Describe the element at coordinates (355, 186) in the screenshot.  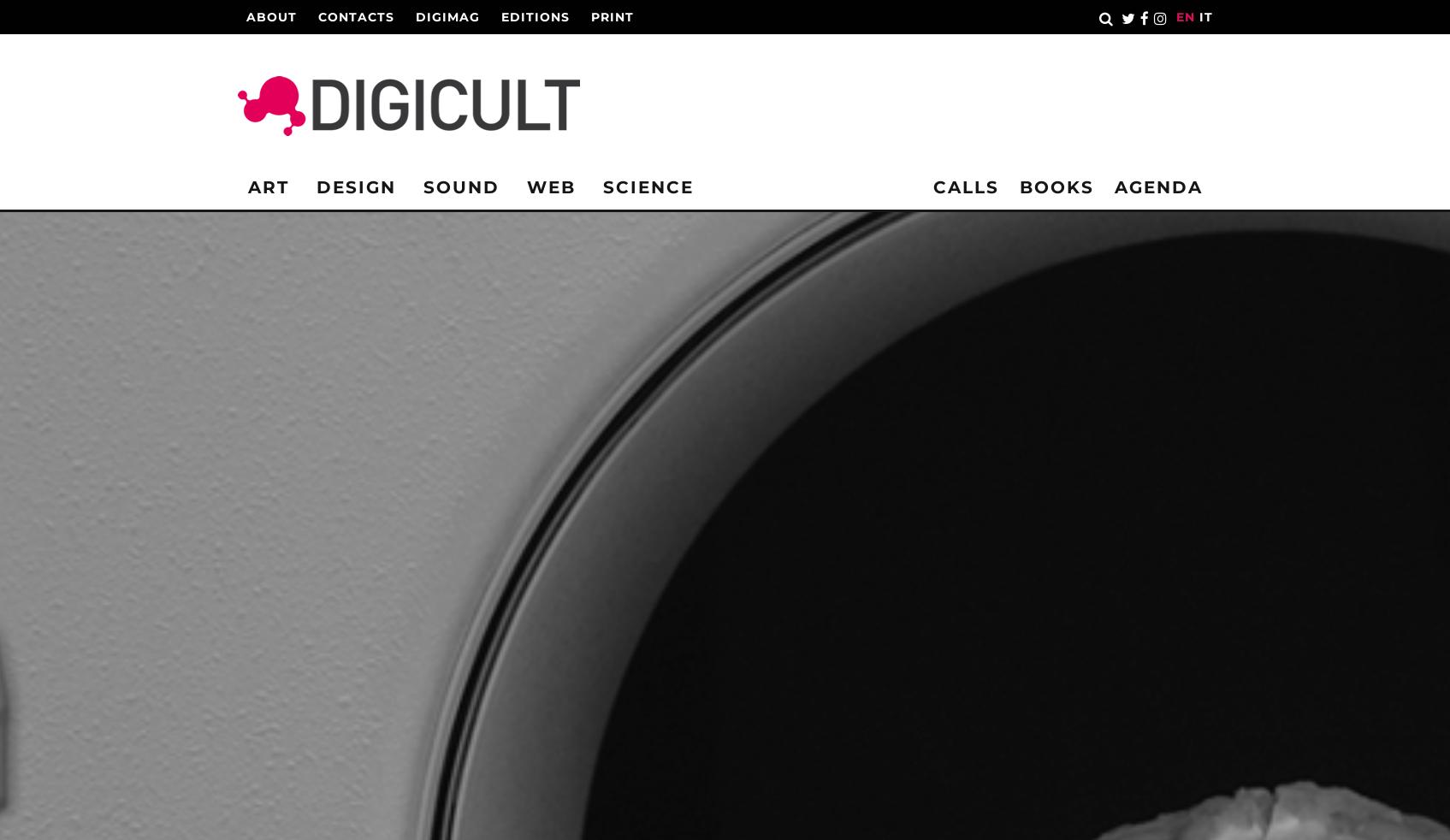
I see `'Design'` at that location.